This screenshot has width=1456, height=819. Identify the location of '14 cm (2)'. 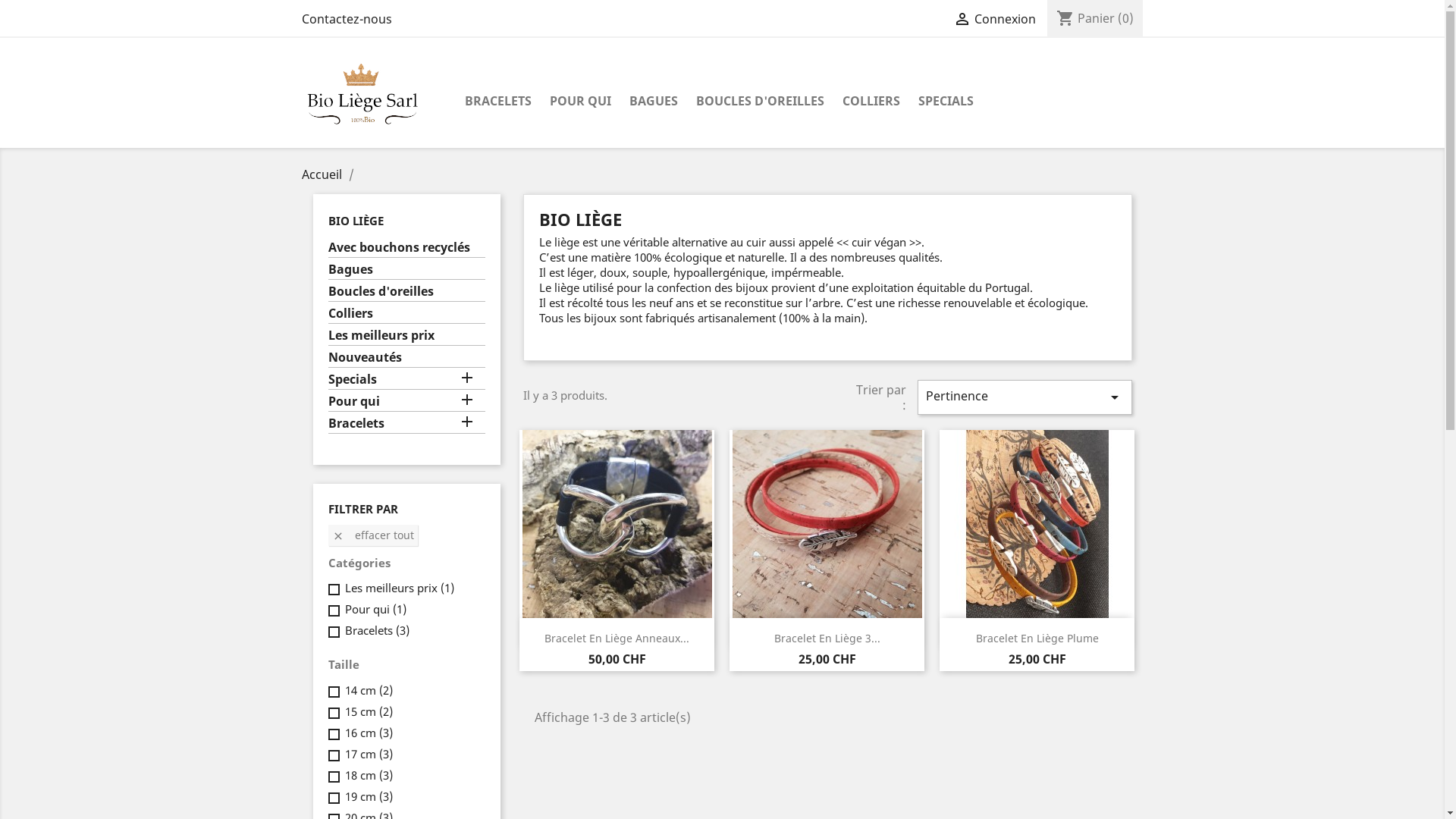
(368, 690).